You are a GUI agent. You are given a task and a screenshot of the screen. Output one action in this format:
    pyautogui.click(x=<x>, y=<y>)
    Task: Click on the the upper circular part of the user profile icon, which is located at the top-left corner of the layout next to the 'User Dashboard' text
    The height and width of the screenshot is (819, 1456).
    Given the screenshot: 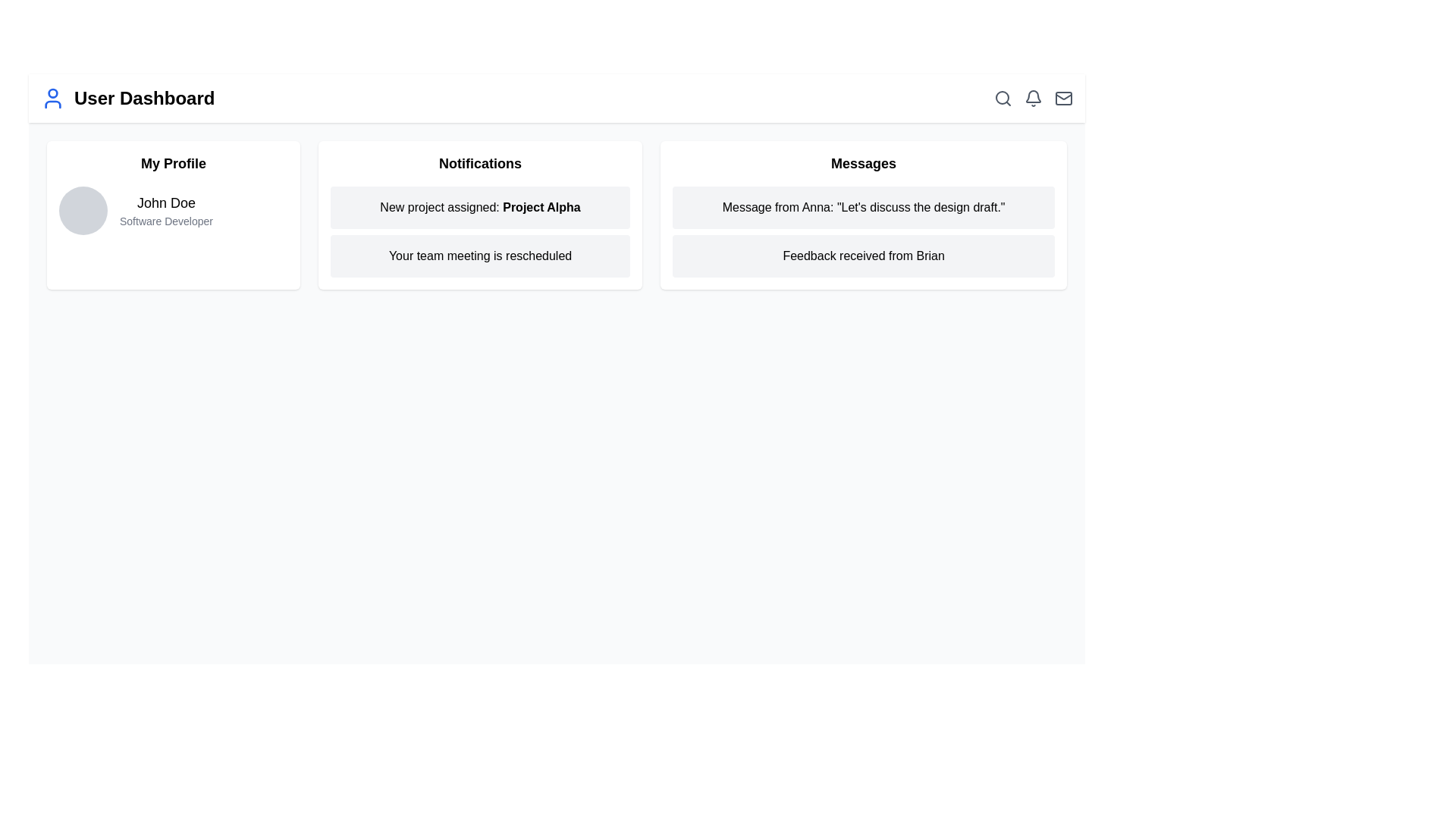 What is the action you would take?
    pyautogui.click(x=53, y=93)
    